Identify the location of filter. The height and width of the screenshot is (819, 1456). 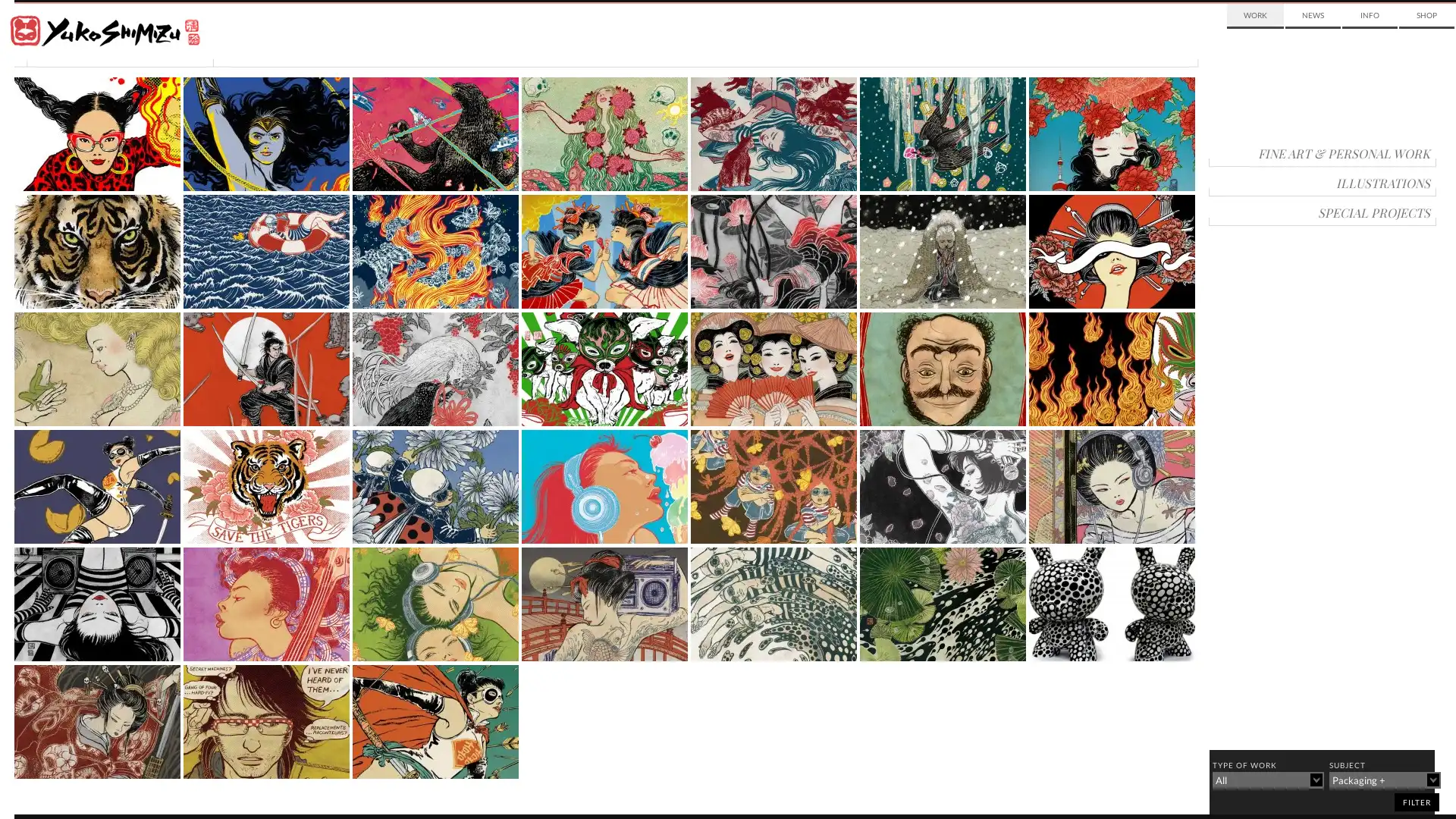
(1416, 800).